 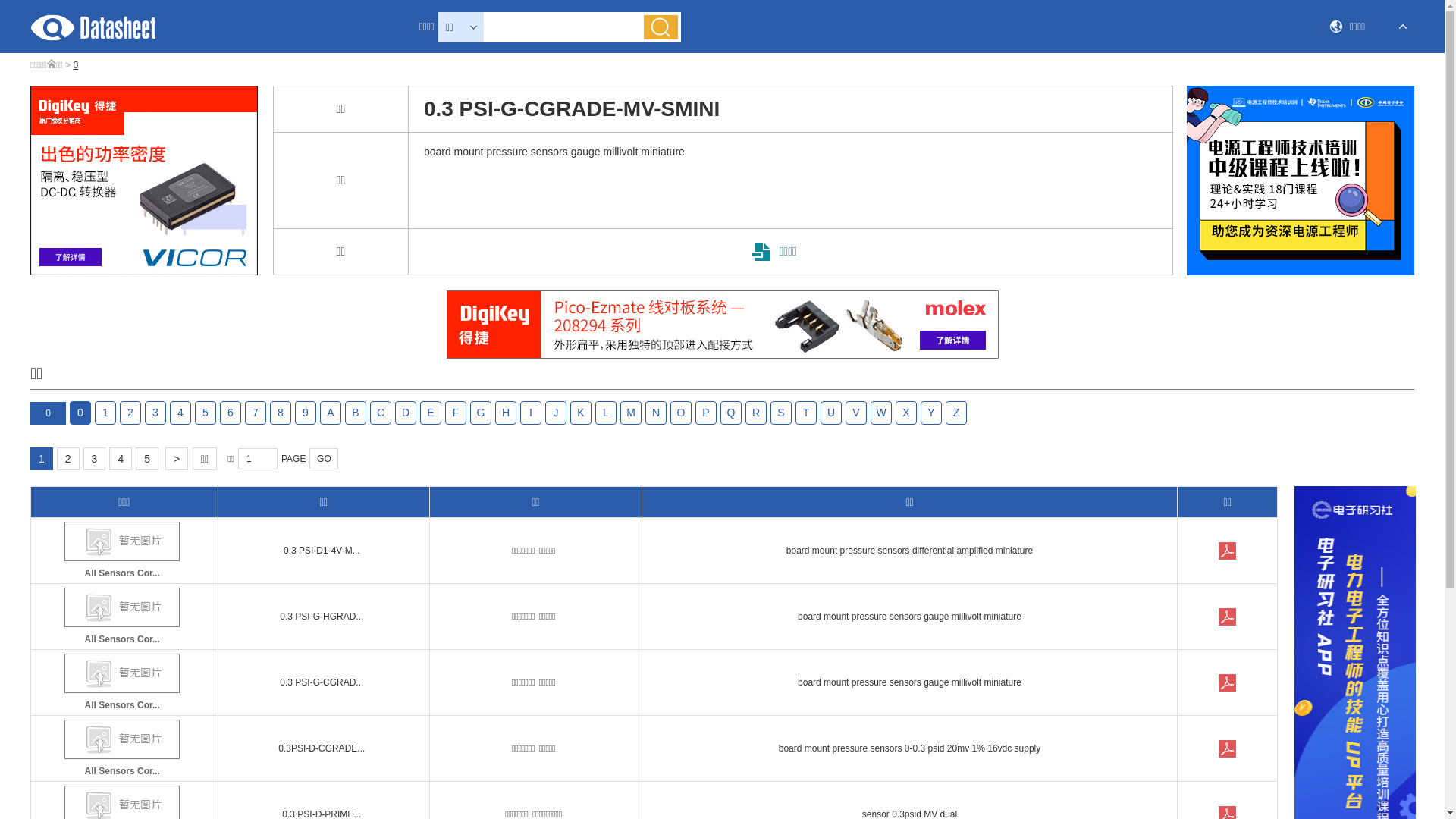 I want to click on 'Z', so click(x=955, y=413).